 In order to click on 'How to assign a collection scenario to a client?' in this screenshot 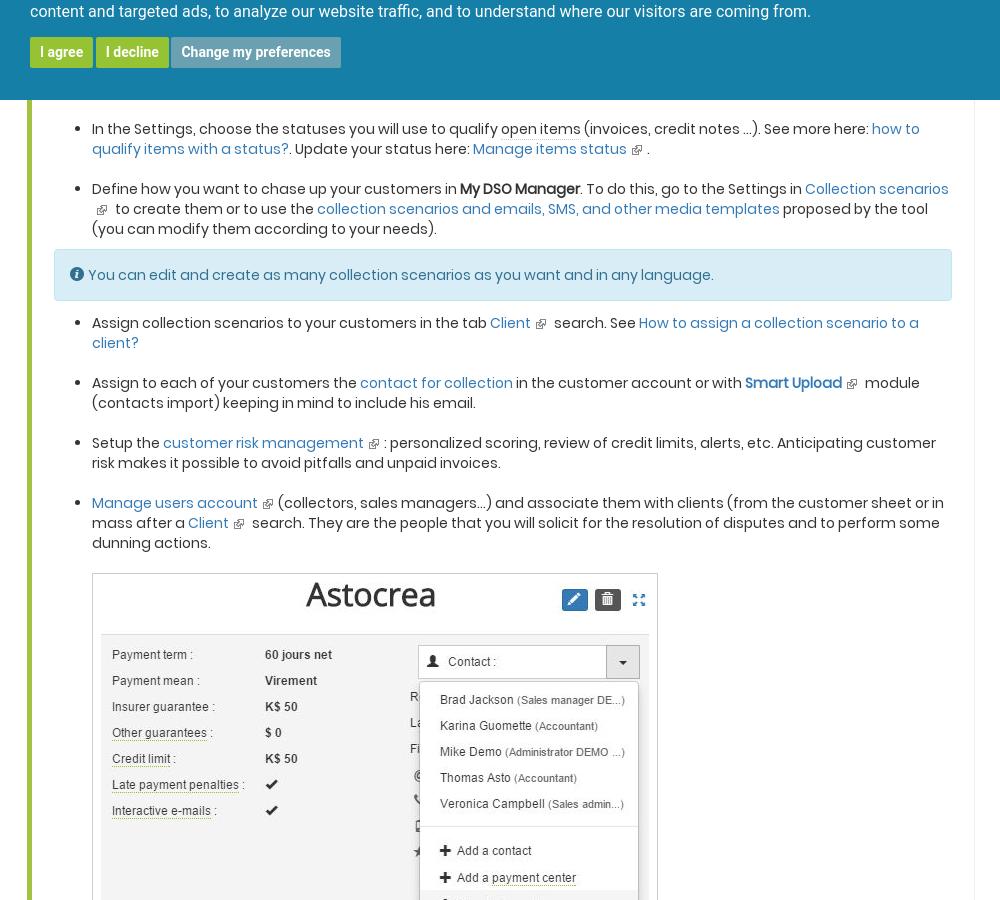, I will do `click(505, 332)`.